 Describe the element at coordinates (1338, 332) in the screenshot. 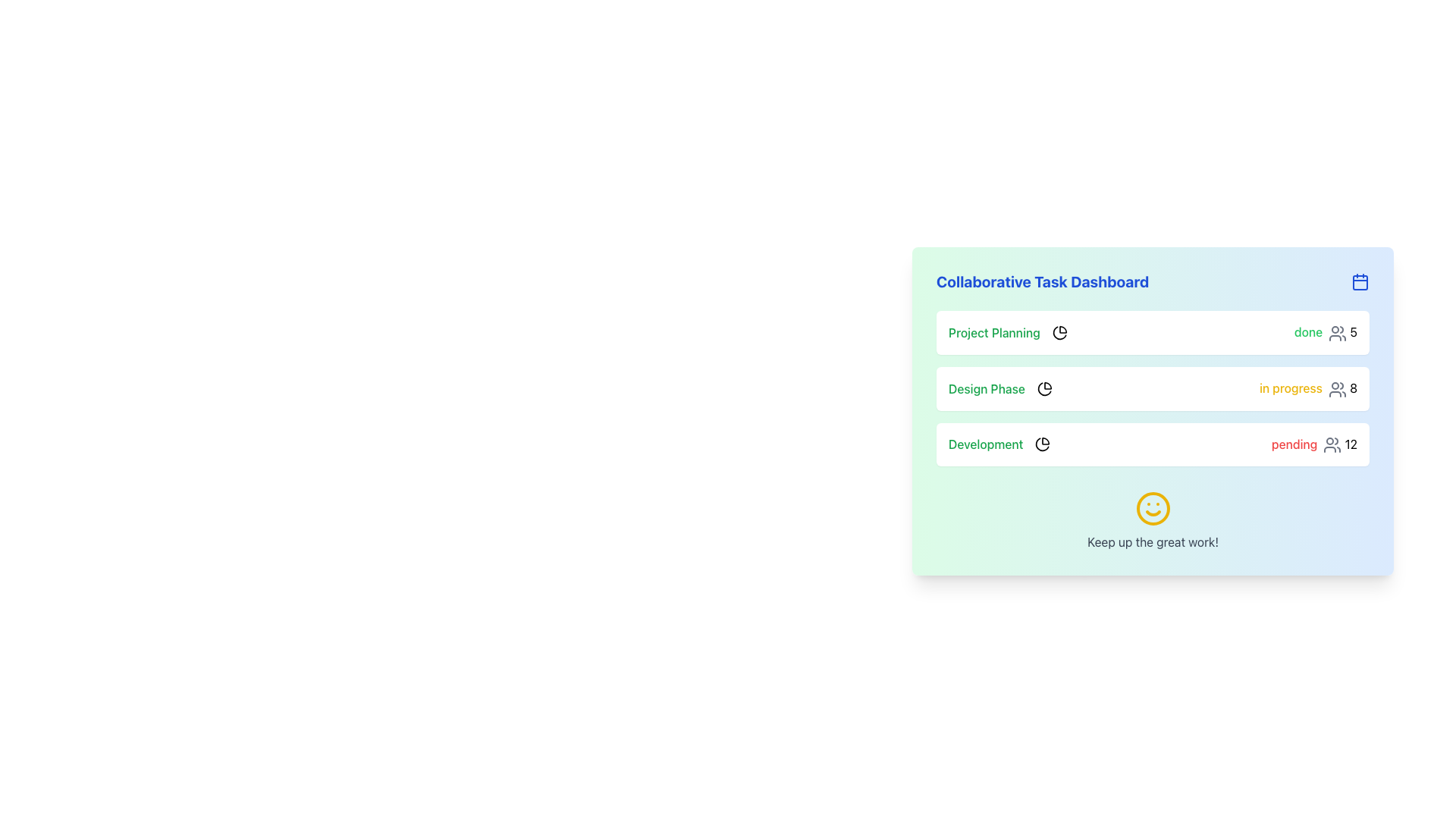

I see `the compact user group icon, which is gray and outlined, located next to the text 'done' in the 'Project Planning' row of the dashboard` at that location.